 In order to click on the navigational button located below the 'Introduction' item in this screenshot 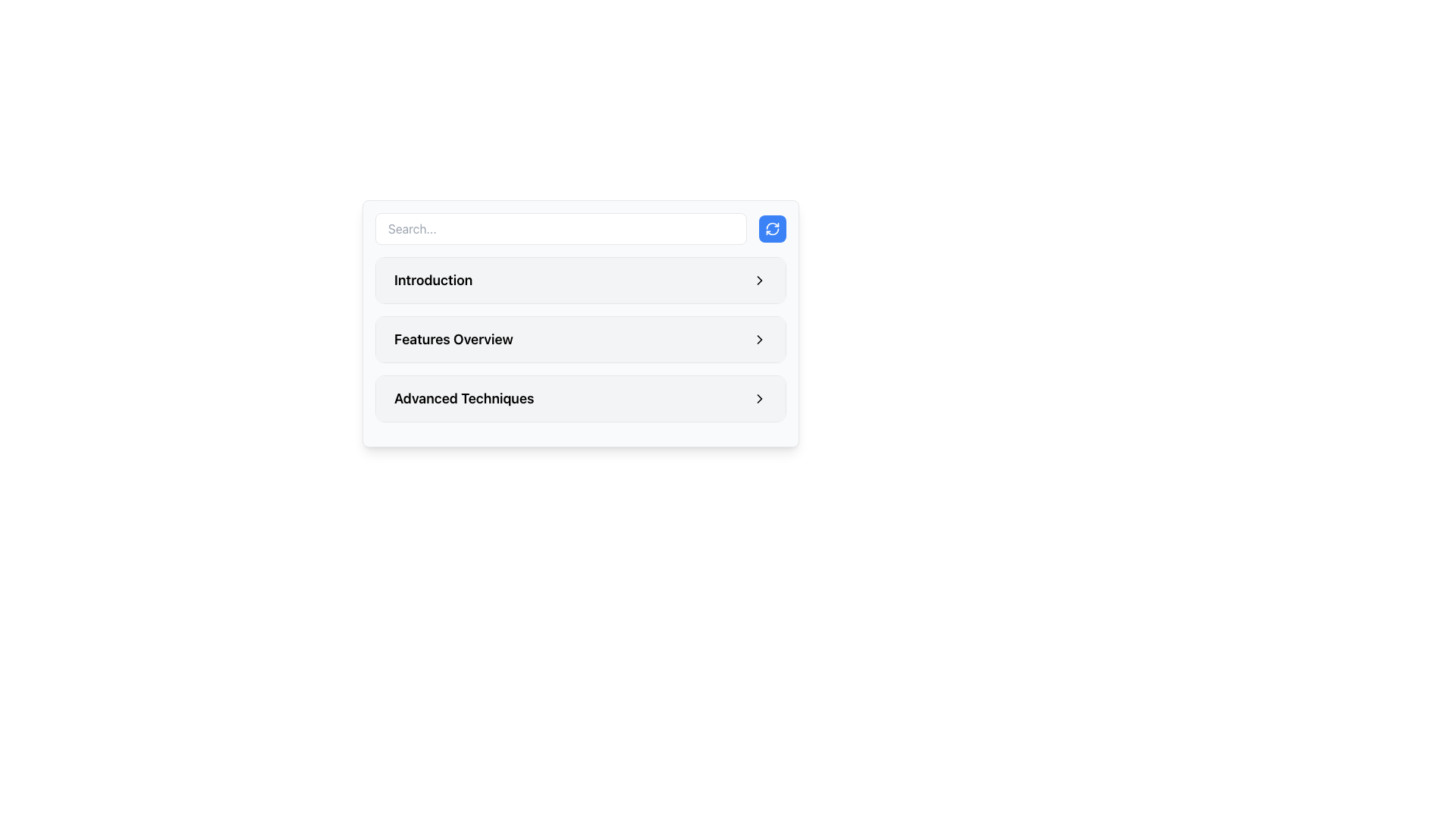, I will do `click(580, 338)`.